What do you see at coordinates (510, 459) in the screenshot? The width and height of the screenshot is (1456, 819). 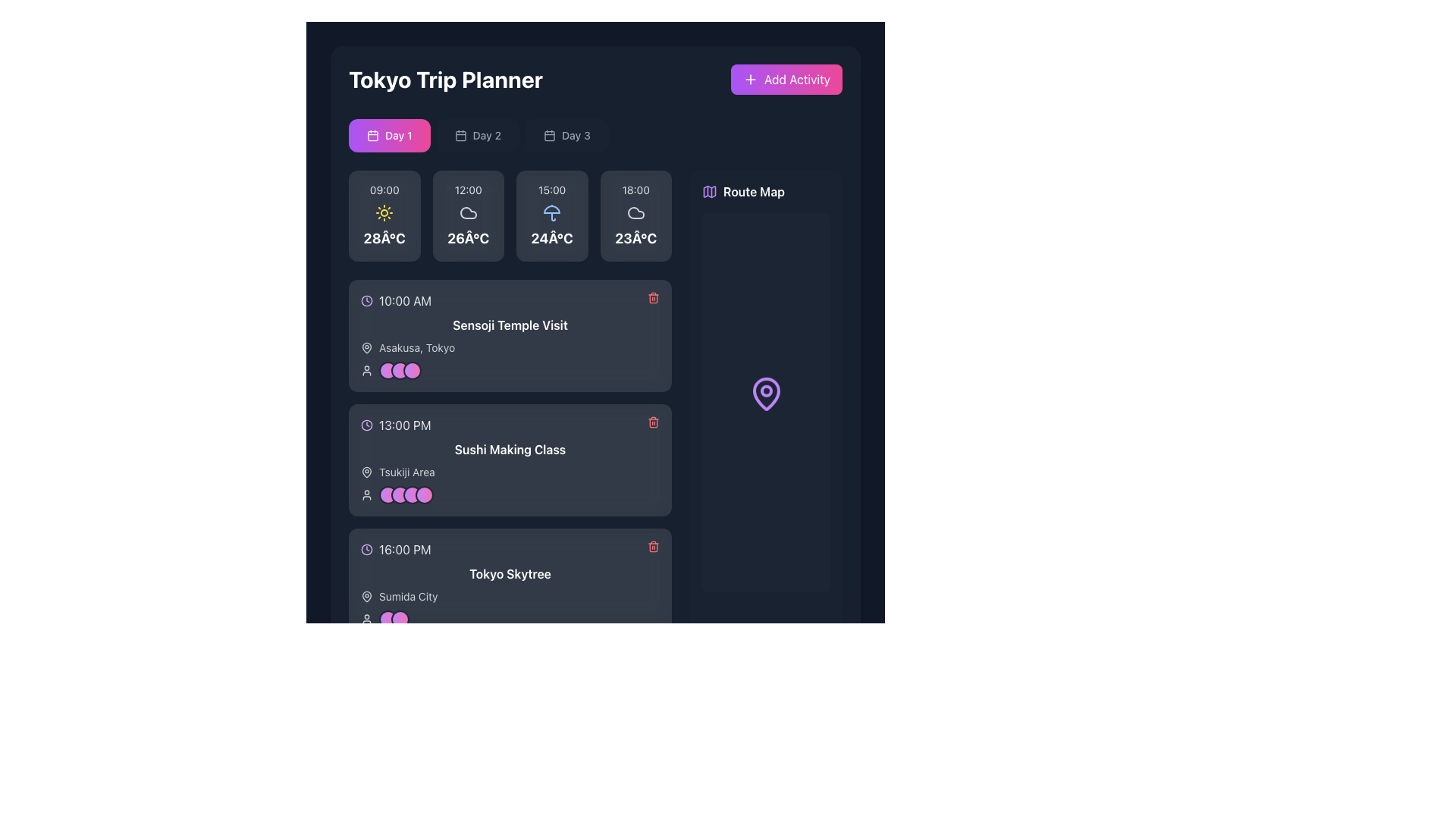 I see `the second Card element in the trip planner that displays activity information, located between the '10:00 AM Sensoji Temple Visit' and '16:00 PM Tokyo Skytree' cards` at bounding box center [510, 459].